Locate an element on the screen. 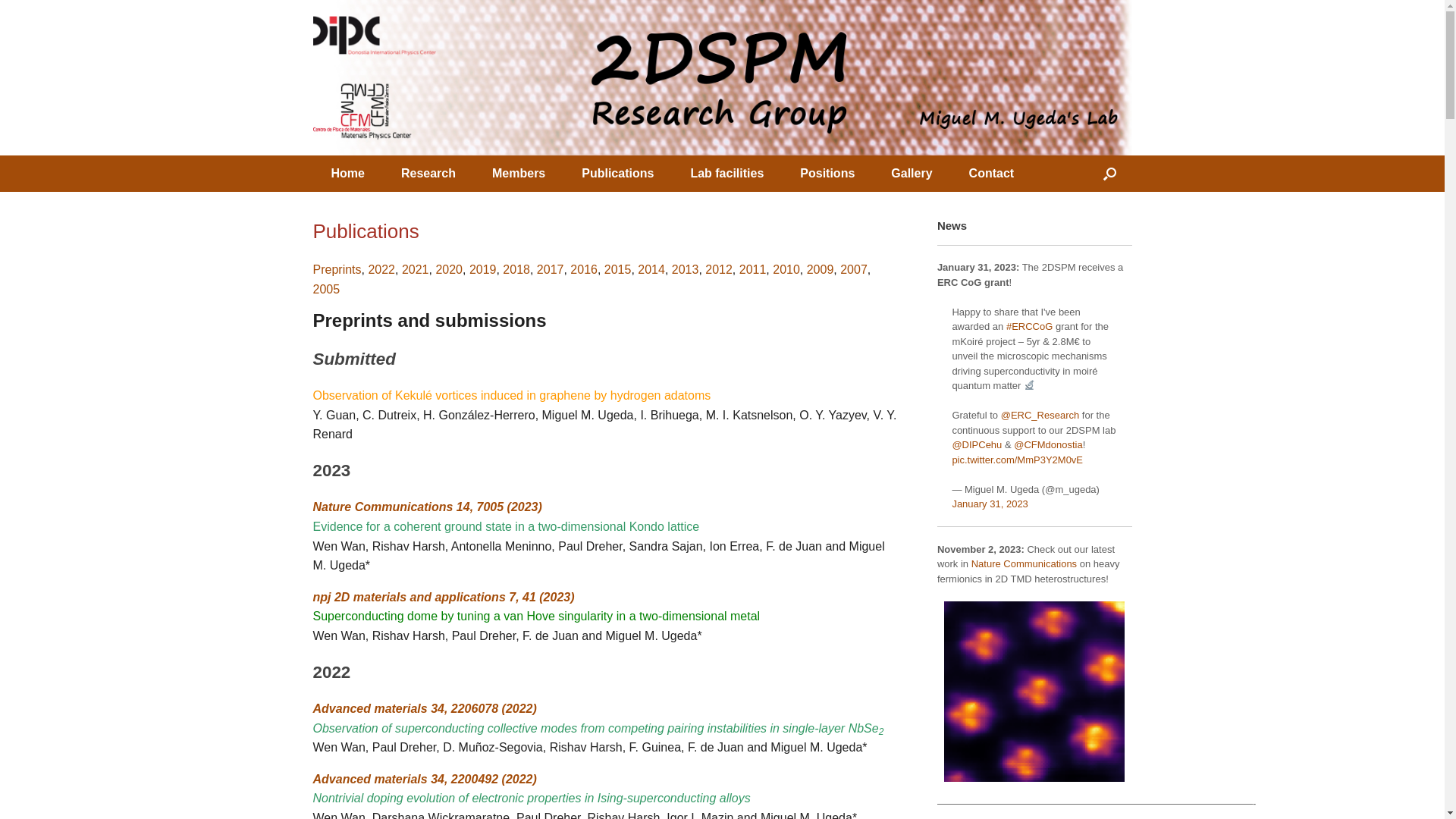 This screenshot has height=819, width=1456. 'Contact' is located at coordinates (949, 172).